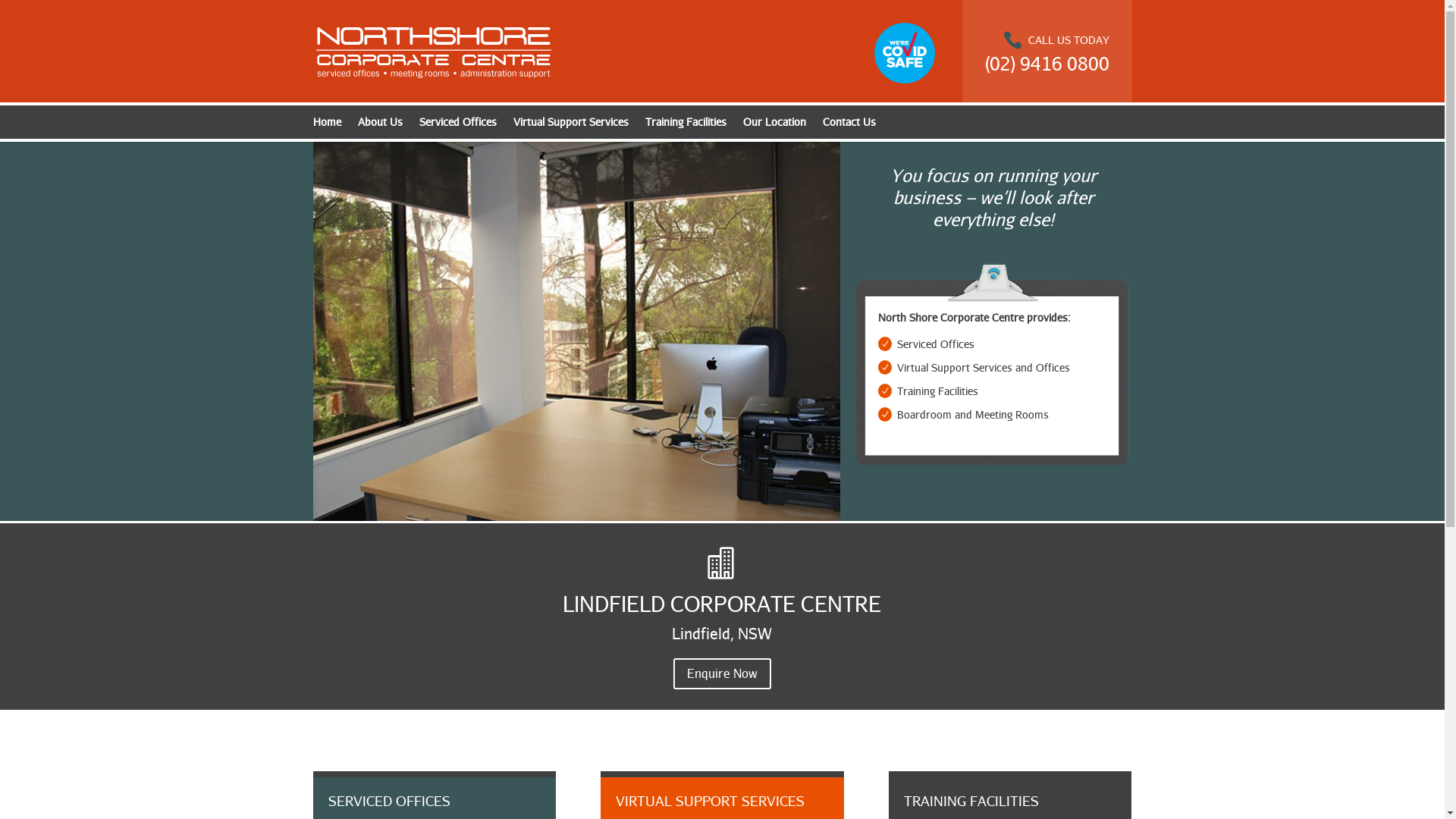 The height and width of the screenshot is (819, 1456). Describe the element at coordinates (325, 124) in the screenshot. I see `'Home'` at that location.